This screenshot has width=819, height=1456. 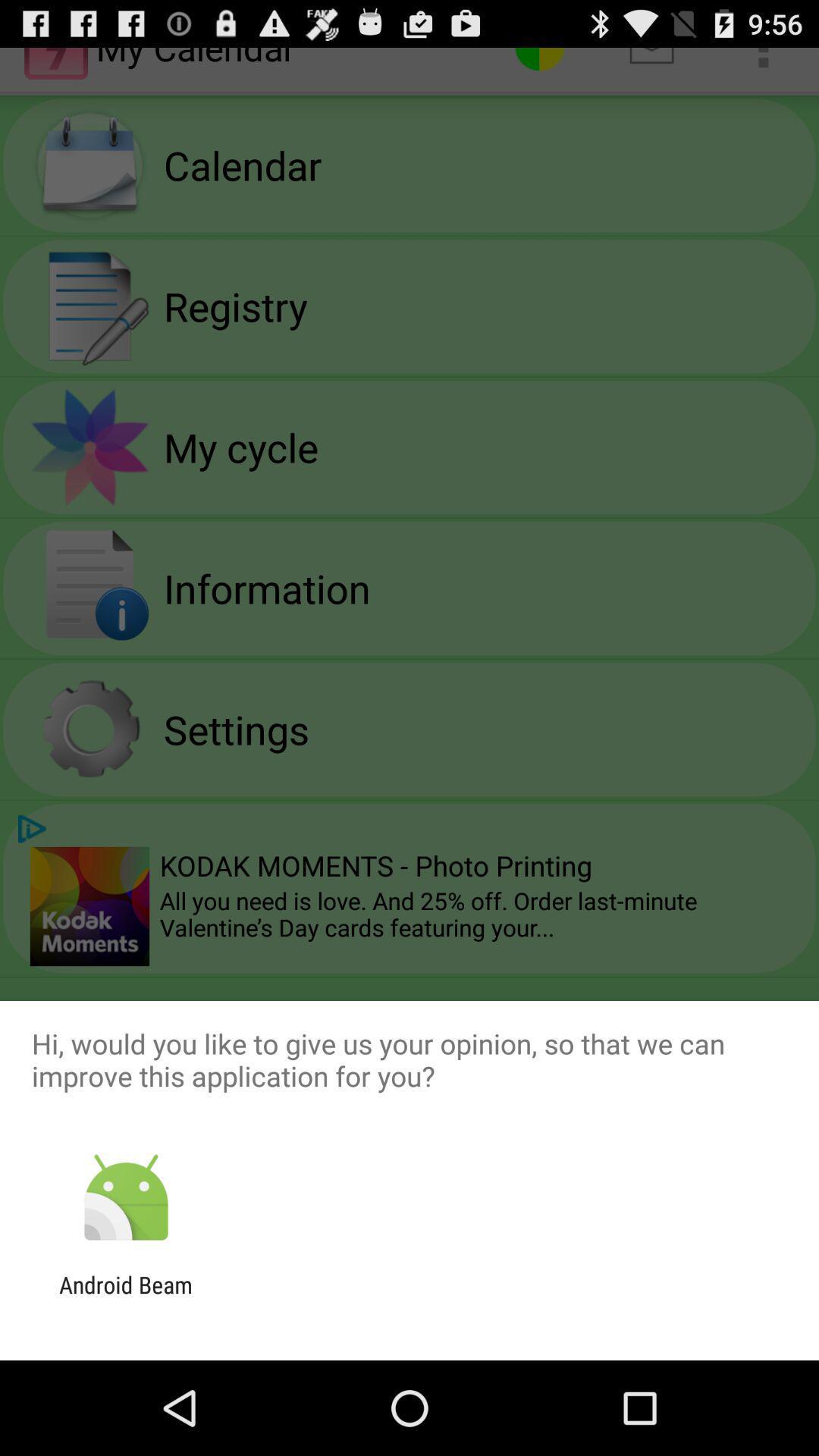 I want to click on the item above android beam item, so click(x=125, y=1197).